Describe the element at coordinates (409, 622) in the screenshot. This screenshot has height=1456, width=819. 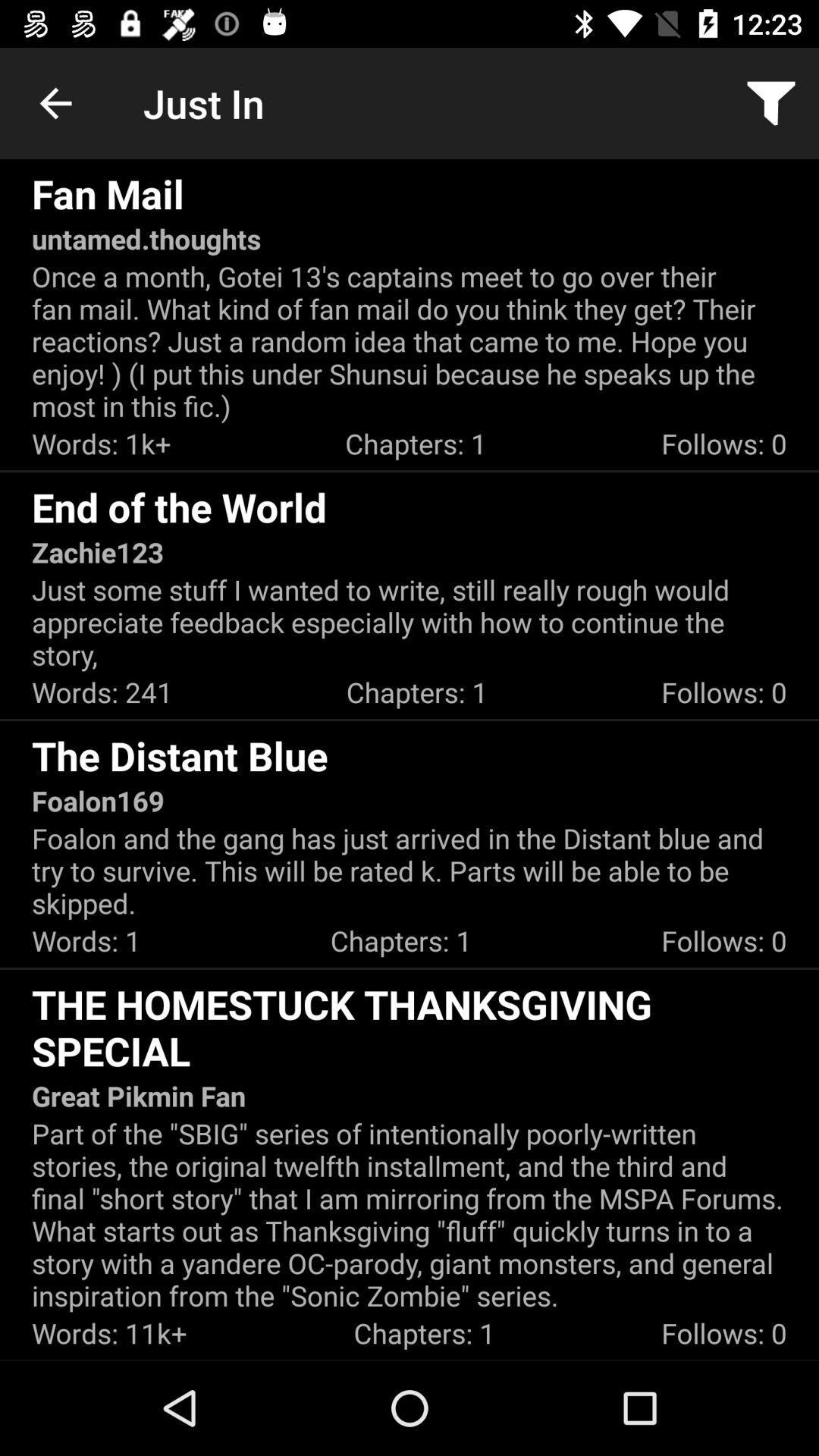
I see `the item above words: 241 item` at that location.